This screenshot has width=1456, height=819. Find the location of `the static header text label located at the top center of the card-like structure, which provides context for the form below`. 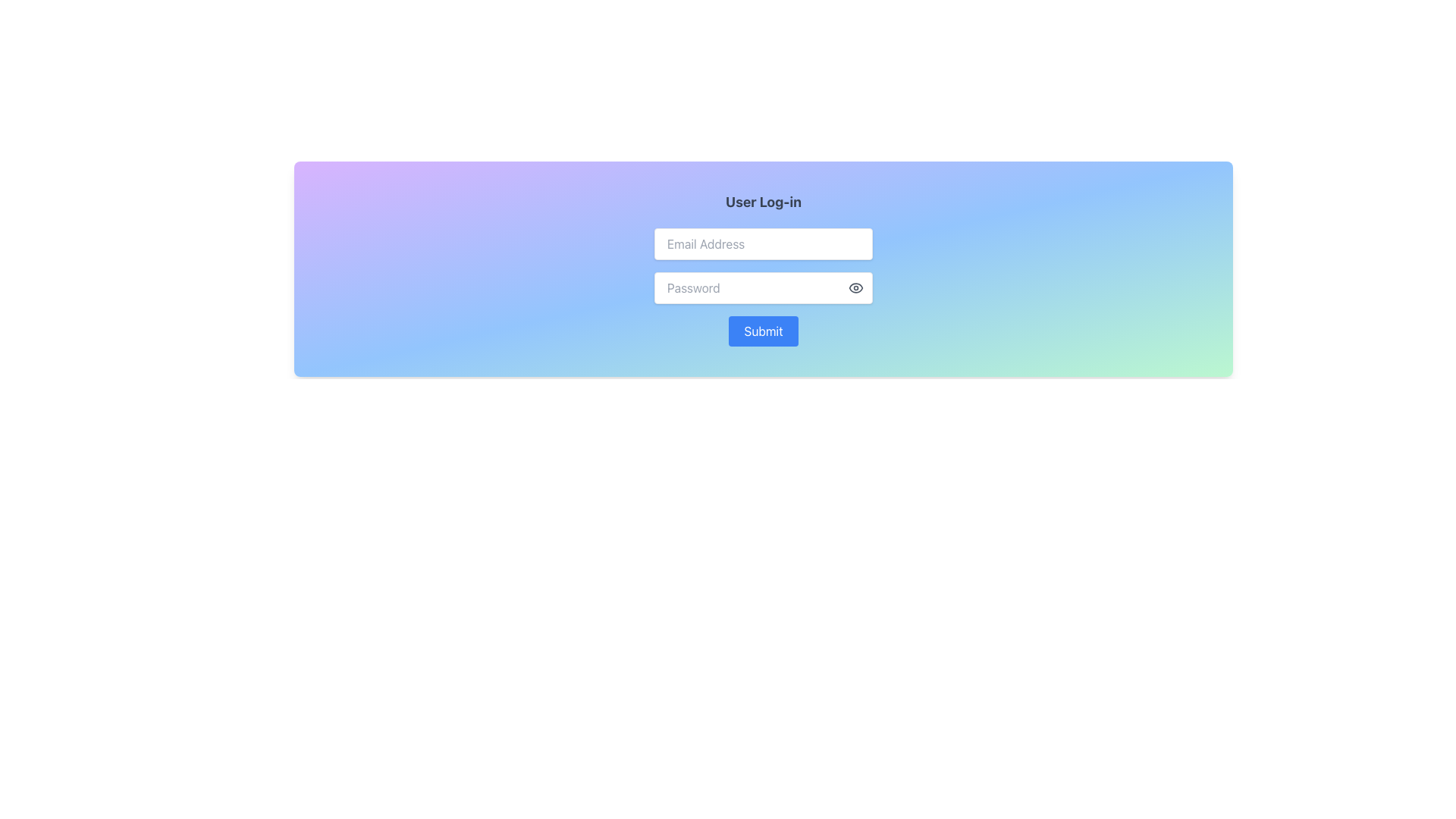

the static header text label located at the top center of the card-like structure, which provides context for the form below is located at coordinates (764, 201).